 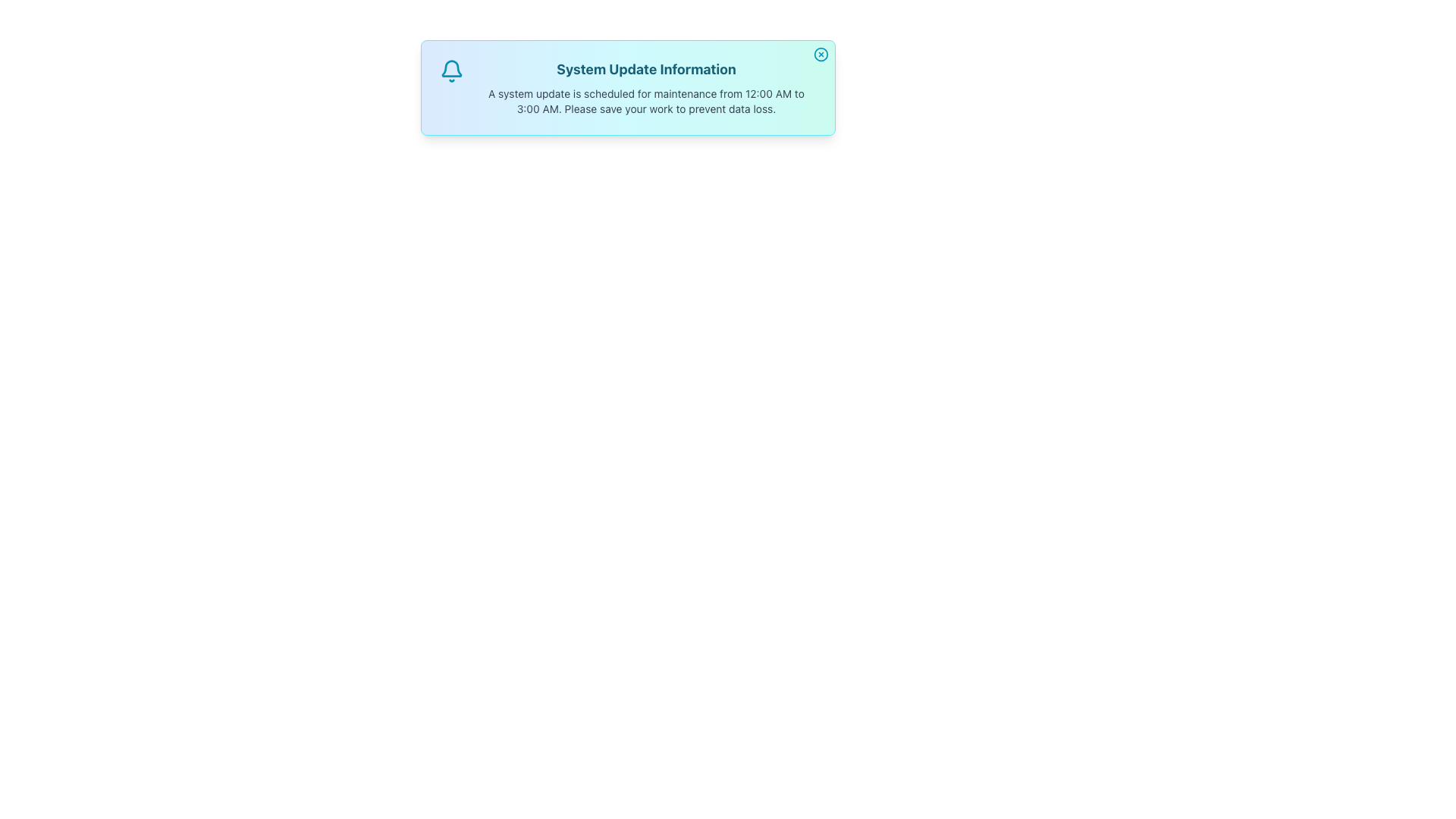 What do you see at coordinates (646, 87) in the screenshot?
I see `the Informational Text Block displaying 'System Update Information', which features a bold heading and a descriptive text on a light blue gradient background` at bounding box center [646, 87].